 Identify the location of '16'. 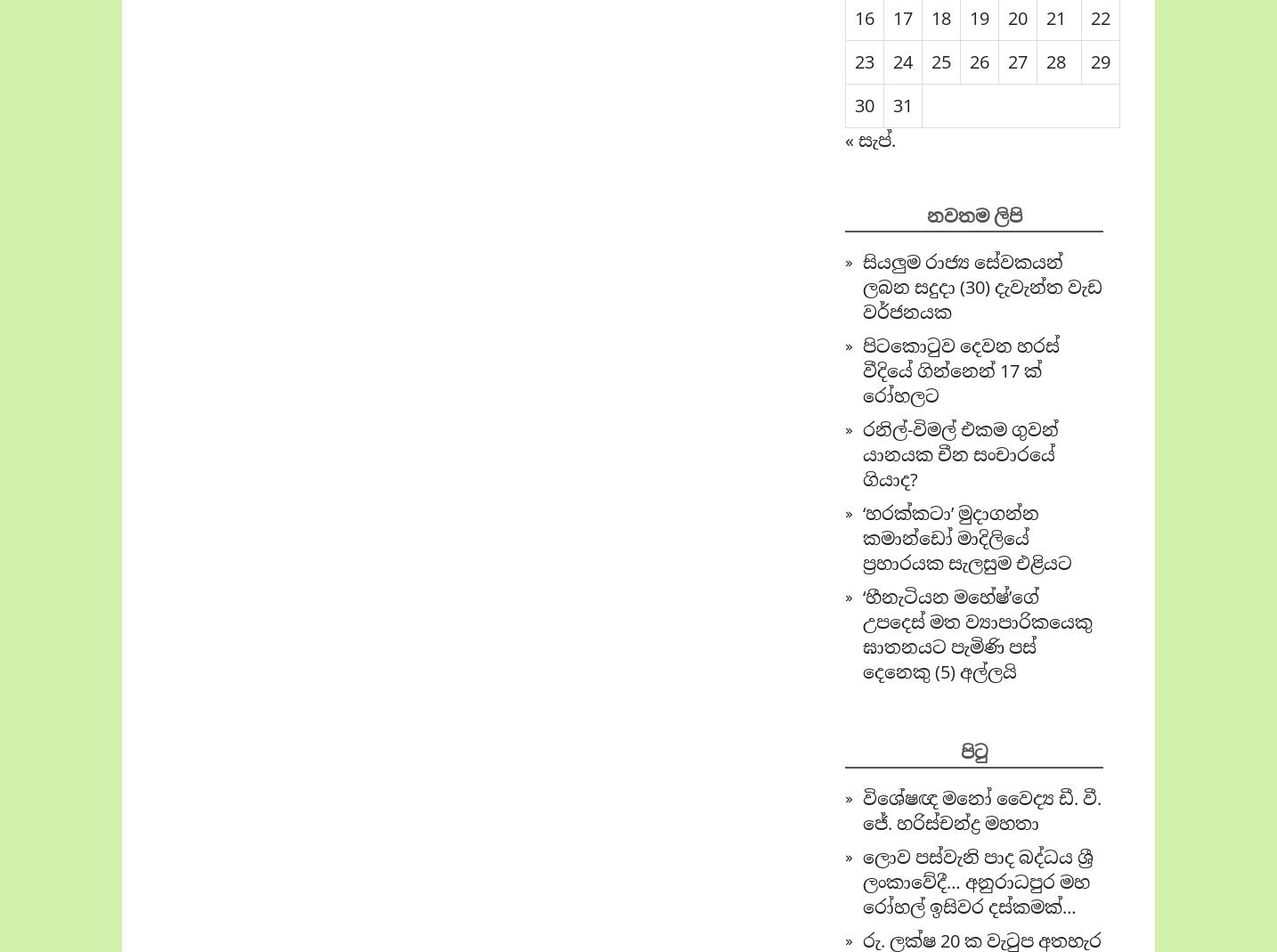
(863, 17).